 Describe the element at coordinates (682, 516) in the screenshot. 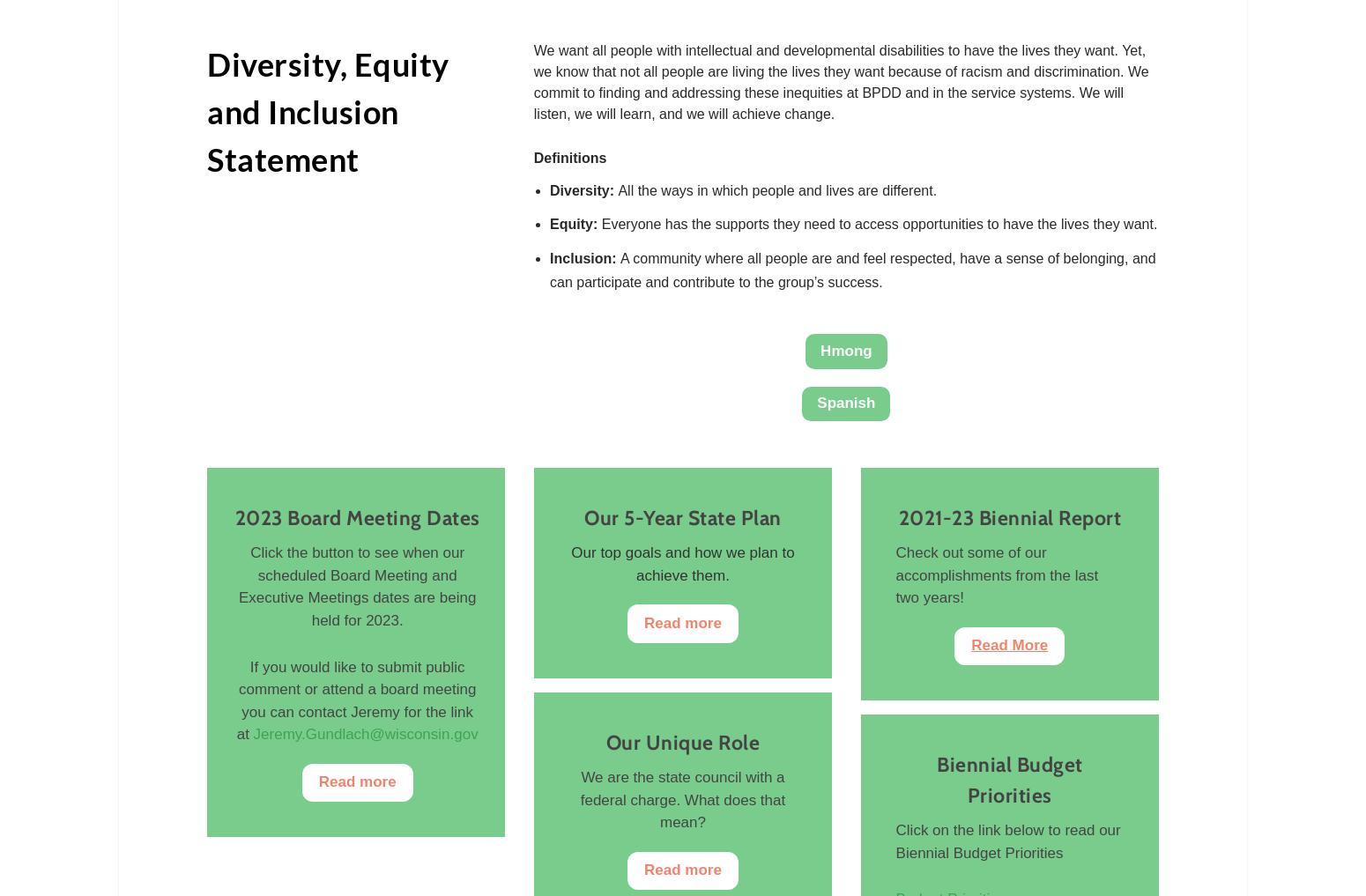

I see `'Our 5-Year State Plan'` at that location.